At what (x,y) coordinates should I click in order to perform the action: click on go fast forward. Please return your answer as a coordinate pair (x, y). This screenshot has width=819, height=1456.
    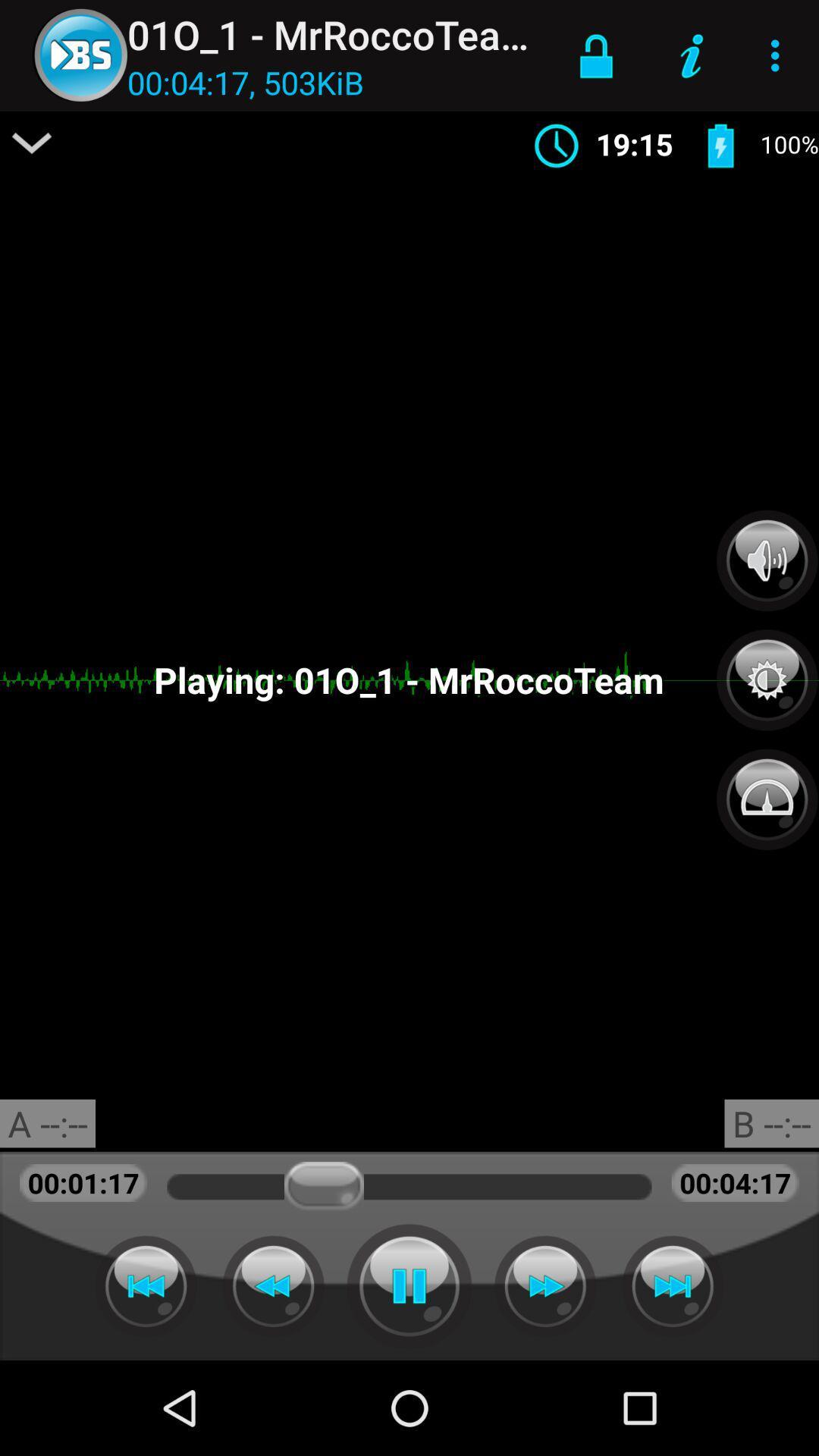
    Looking at the image, I should click on (544, 1285).